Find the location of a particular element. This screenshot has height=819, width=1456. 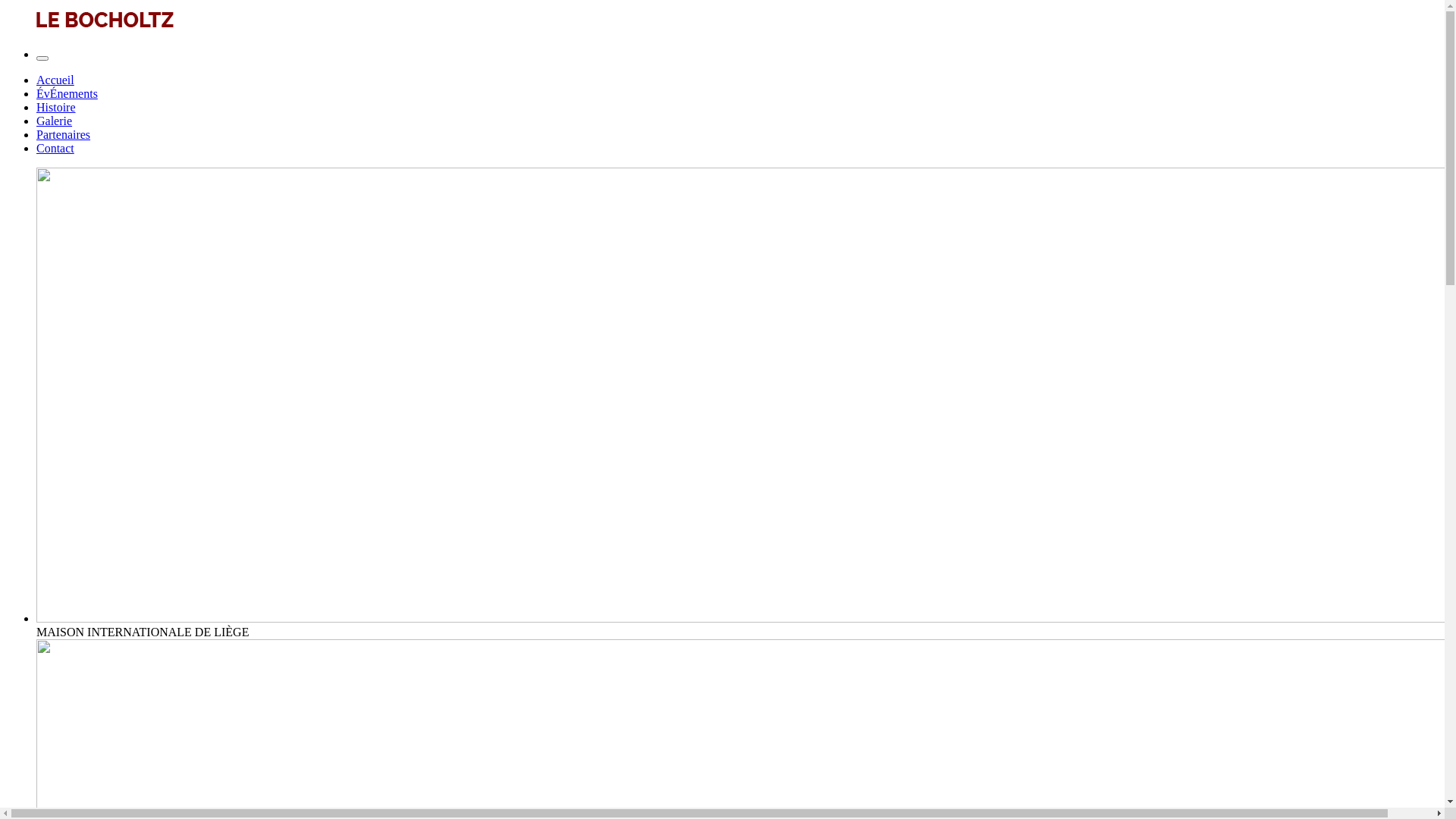

'Contact' is located at coordinates (36, 148).